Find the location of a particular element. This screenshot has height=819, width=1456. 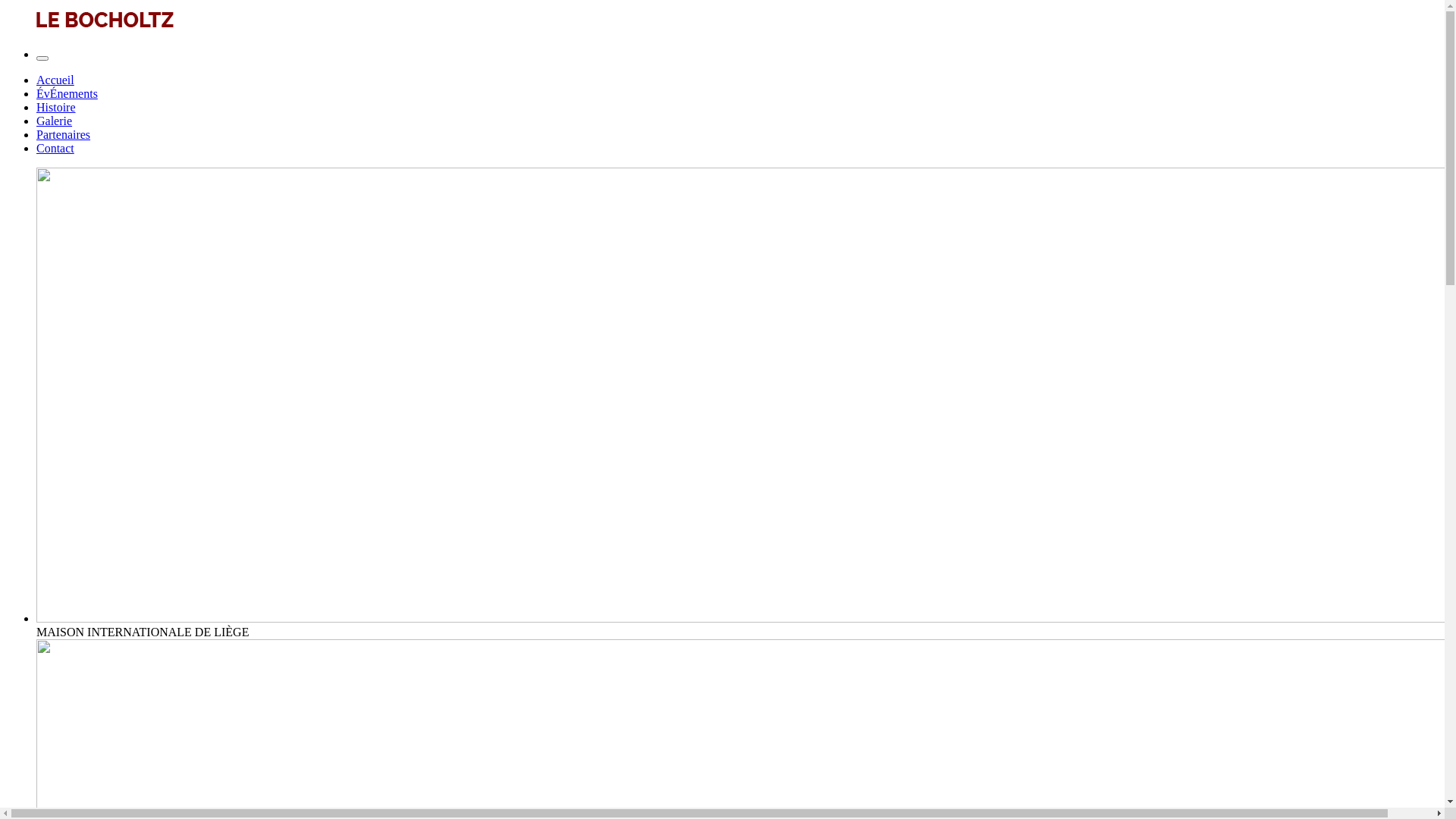

'Contact' is located at coordinates (36, 148).